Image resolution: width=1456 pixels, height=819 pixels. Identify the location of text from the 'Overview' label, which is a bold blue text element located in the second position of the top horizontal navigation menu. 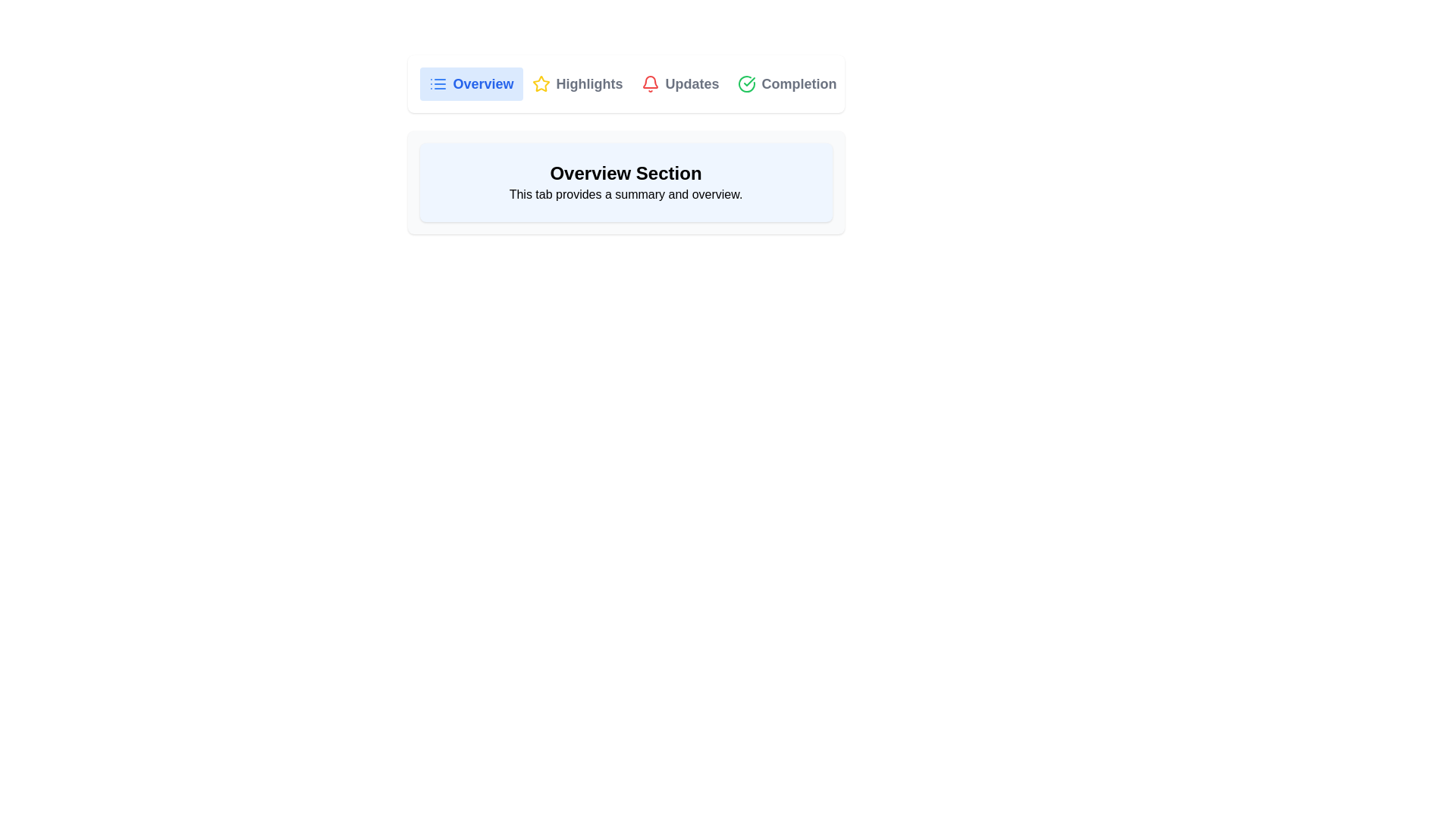
(482, 84).